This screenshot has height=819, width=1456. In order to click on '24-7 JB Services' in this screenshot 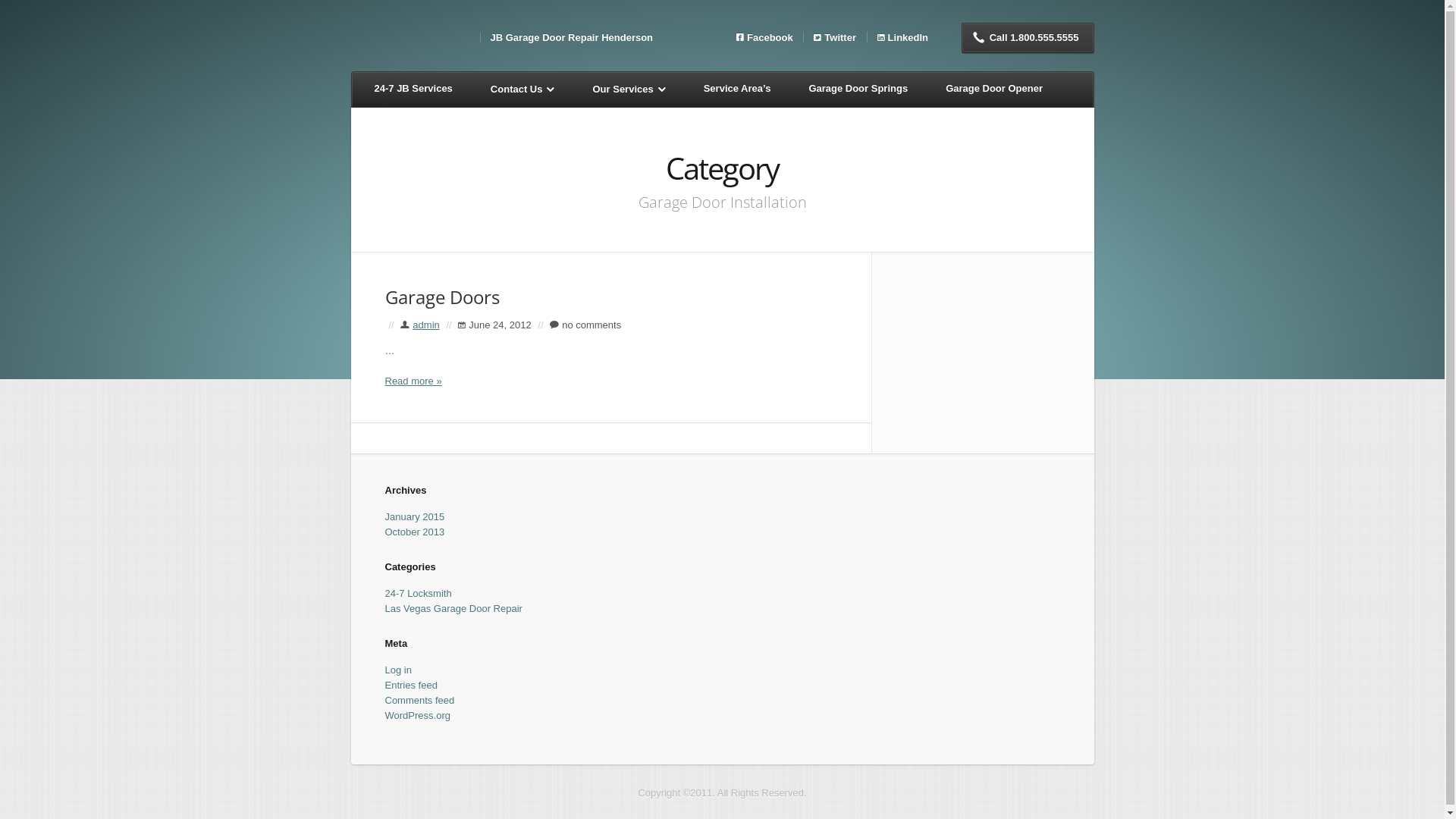, I will do `click(359, 89)`.